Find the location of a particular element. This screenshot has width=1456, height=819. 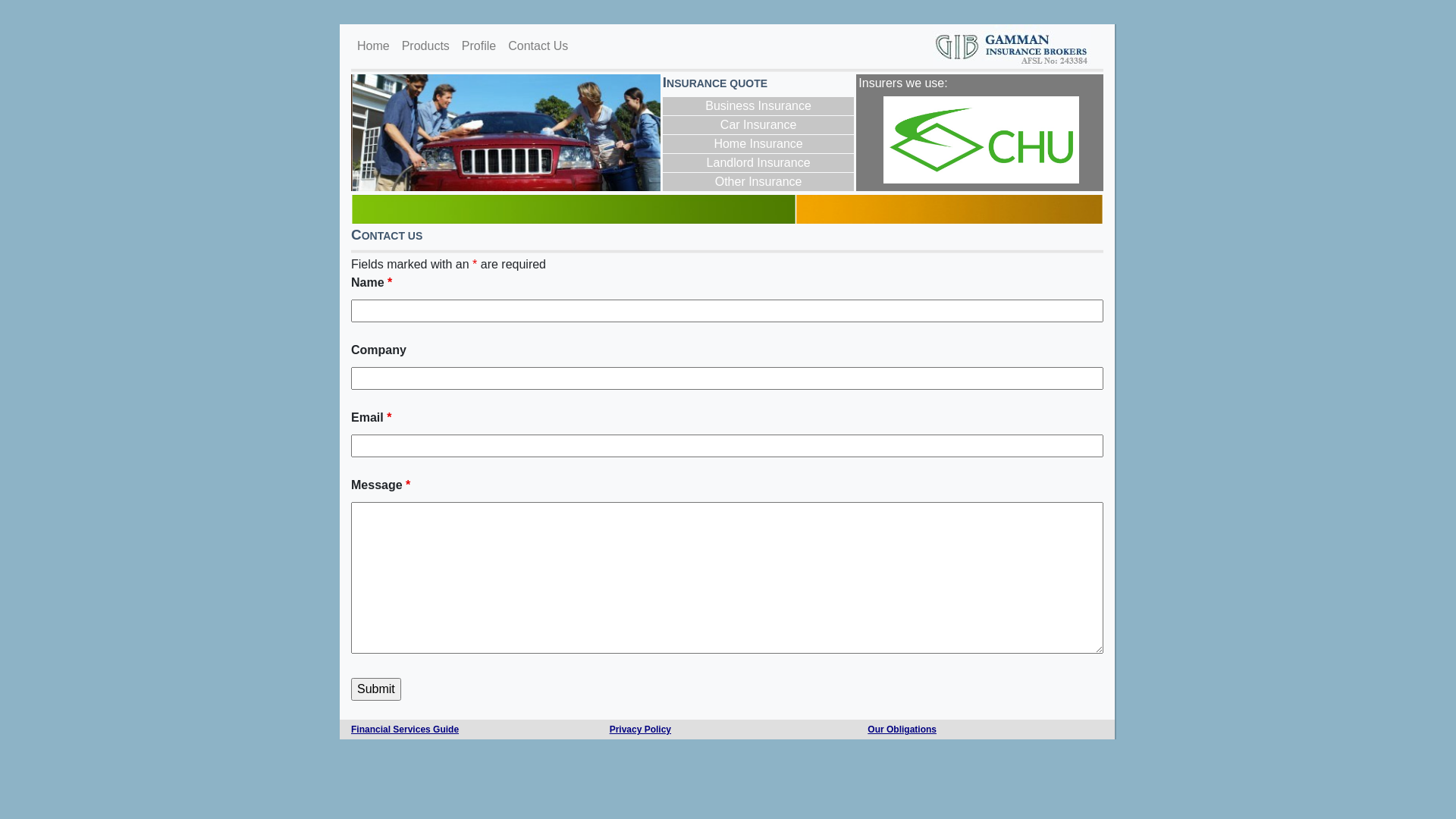

'Products' is located at coordinates (396, 45).